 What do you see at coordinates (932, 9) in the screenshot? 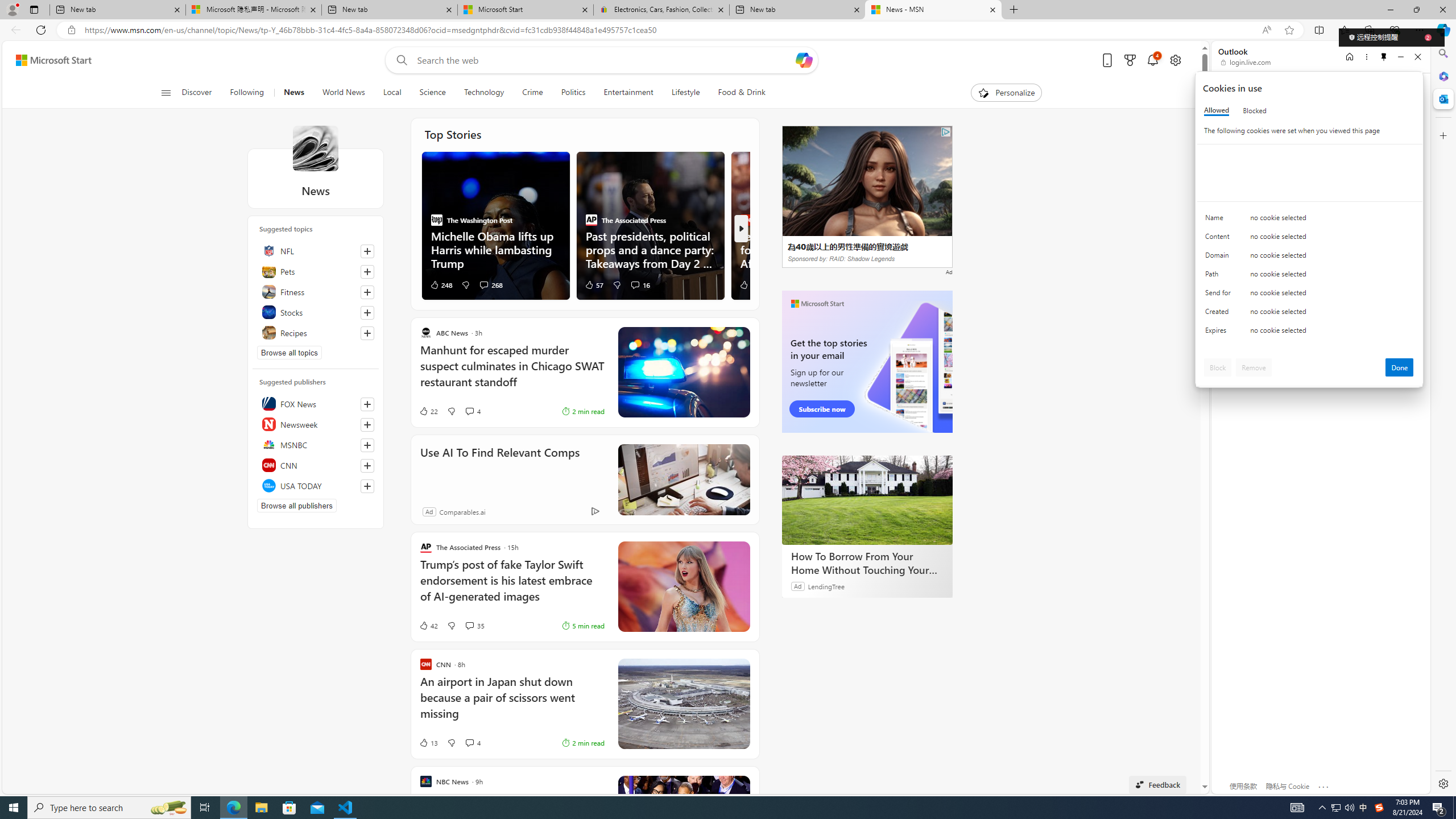
I see `'News - MSN'` at bounding box center [932, 9].